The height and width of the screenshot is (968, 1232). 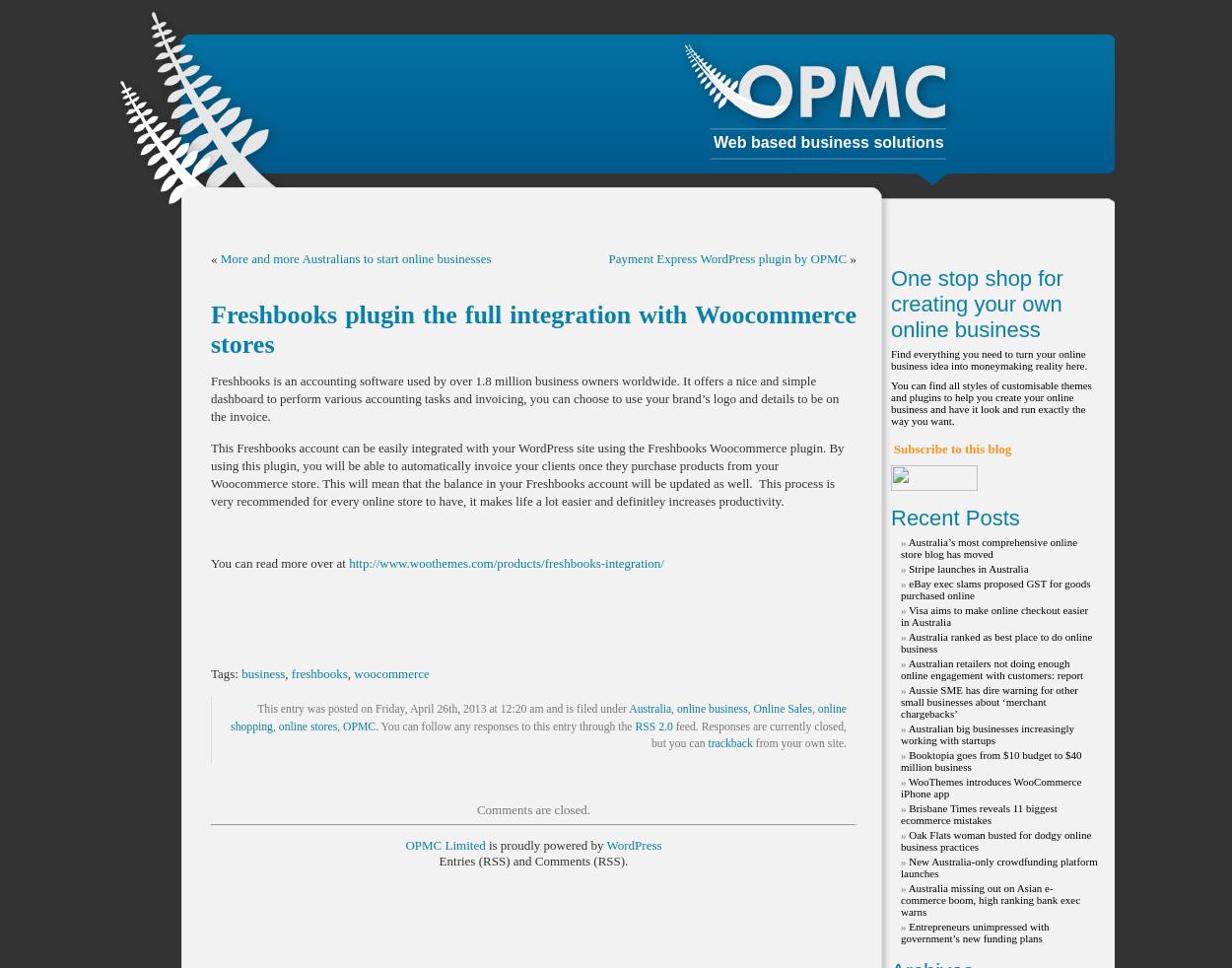 What do you see at coordinates (978, 813) in the screenshot?
I see `'Brisbane Times reveals 11 biggest ecommerce mistakes'` at bounding box center [978, 813].